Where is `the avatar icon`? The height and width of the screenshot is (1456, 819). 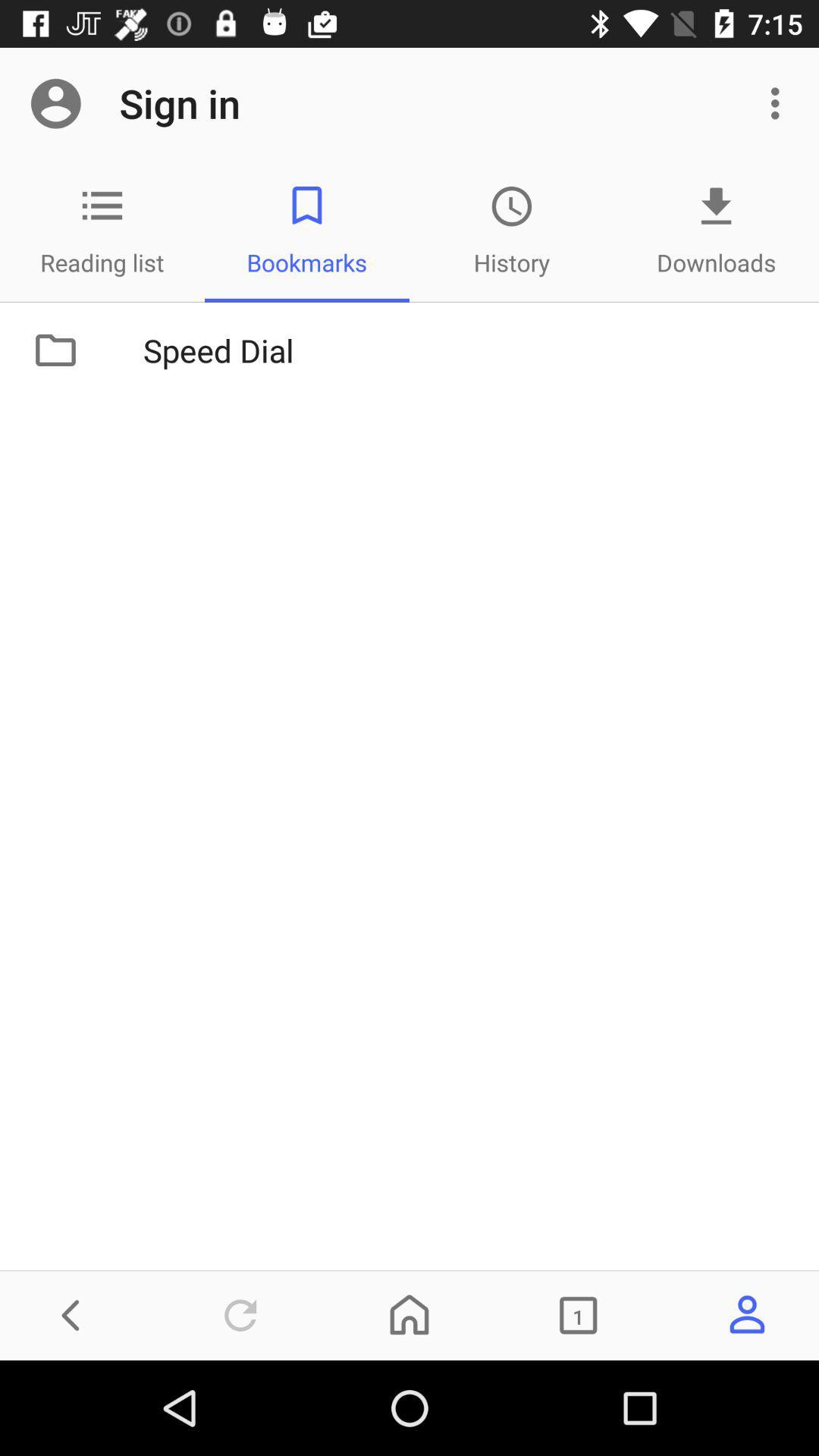
the avatar icon is located at coordinates (746, 1314).